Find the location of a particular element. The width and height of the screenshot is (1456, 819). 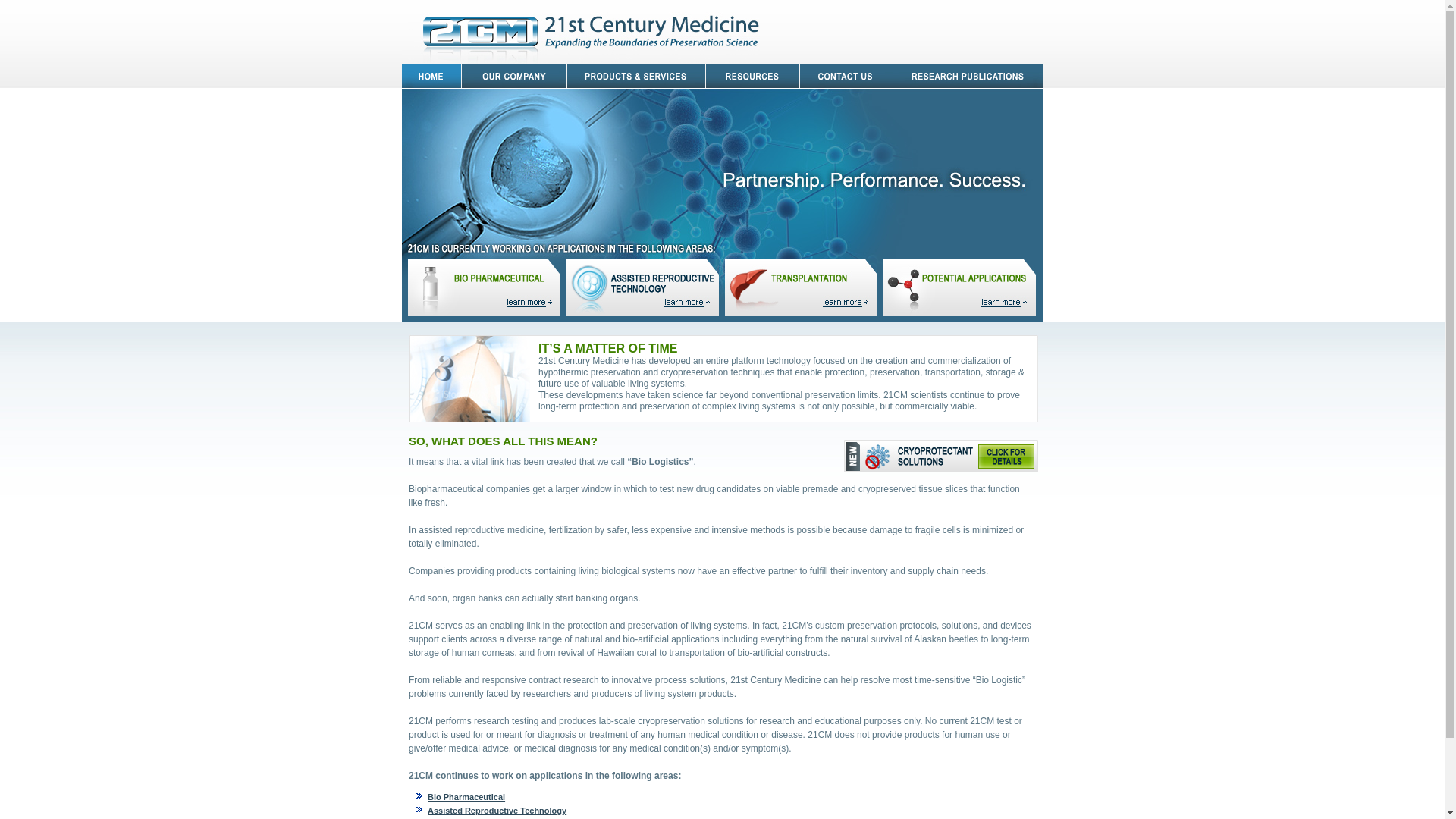

'Contact us' is located at coordinates (846, 76).